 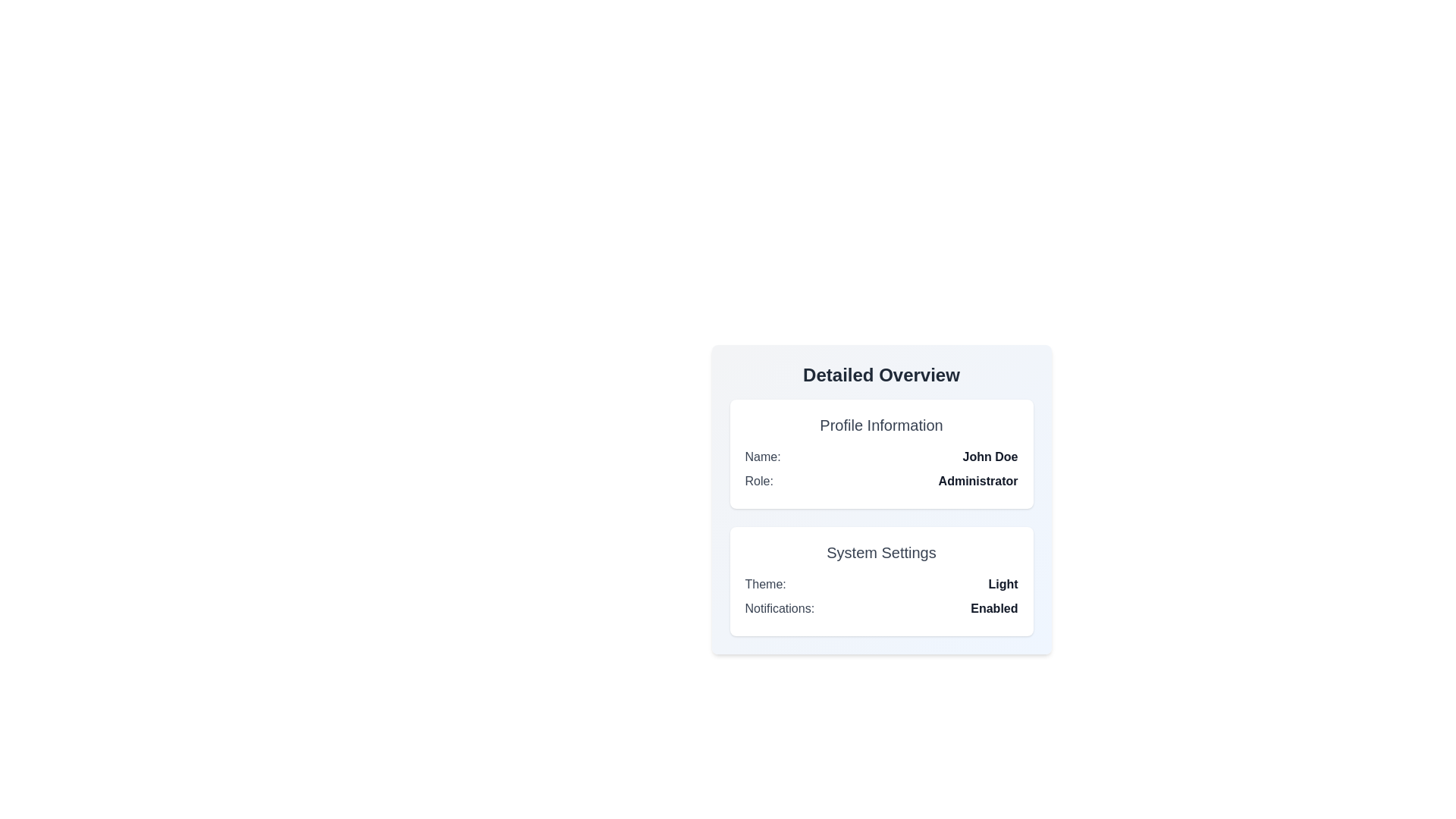 I want to click on content displayed in the 'Profile Information' box, which includes the title and user details such as 'Name: John Doe' and 'Role: Administrator', so click(x=881, y=453).